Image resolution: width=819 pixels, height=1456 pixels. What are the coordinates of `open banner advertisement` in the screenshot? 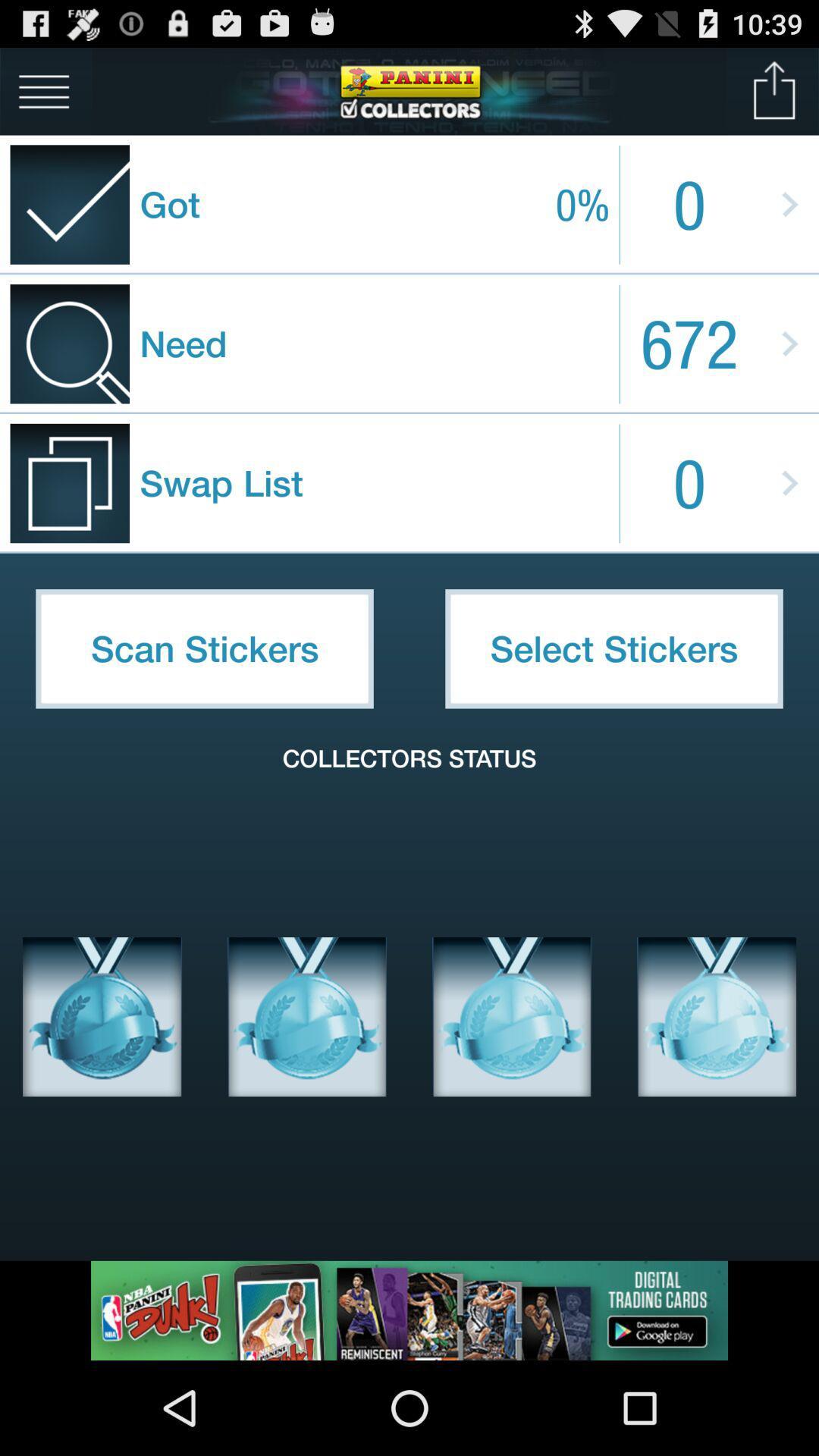 It's located at (409, 1310).